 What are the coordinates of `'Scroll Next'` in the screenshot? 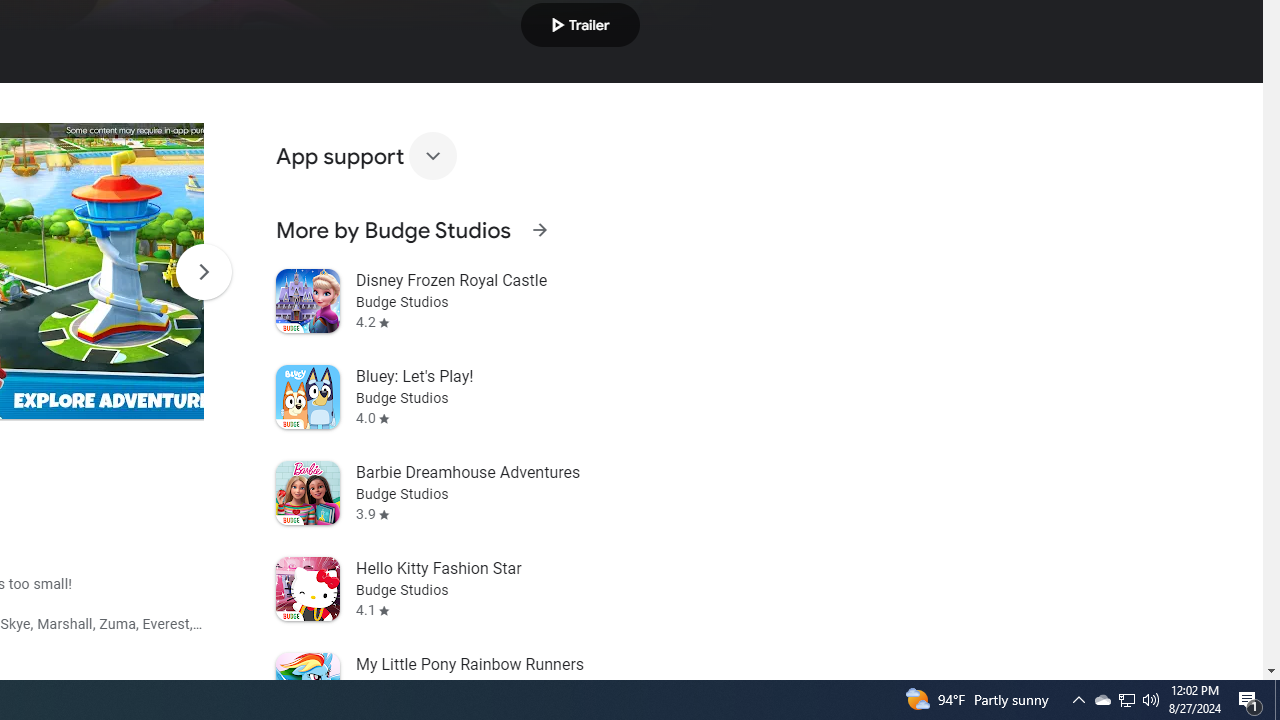 It's located at (203, 272).